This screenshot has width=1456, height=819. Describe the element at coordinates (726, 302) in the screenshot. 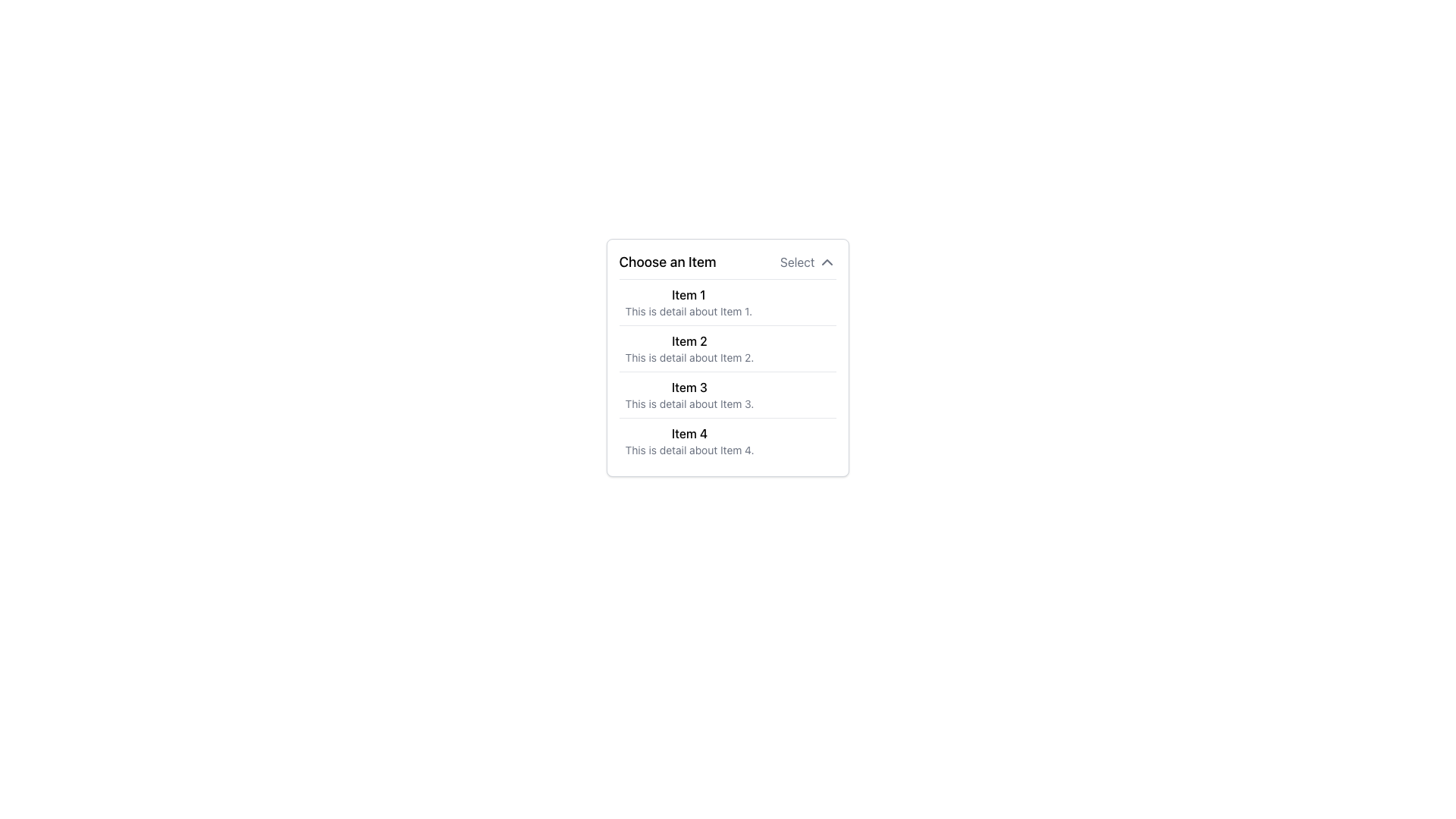

I see `the first interactive list item labeled 'Item 1'` at that location.